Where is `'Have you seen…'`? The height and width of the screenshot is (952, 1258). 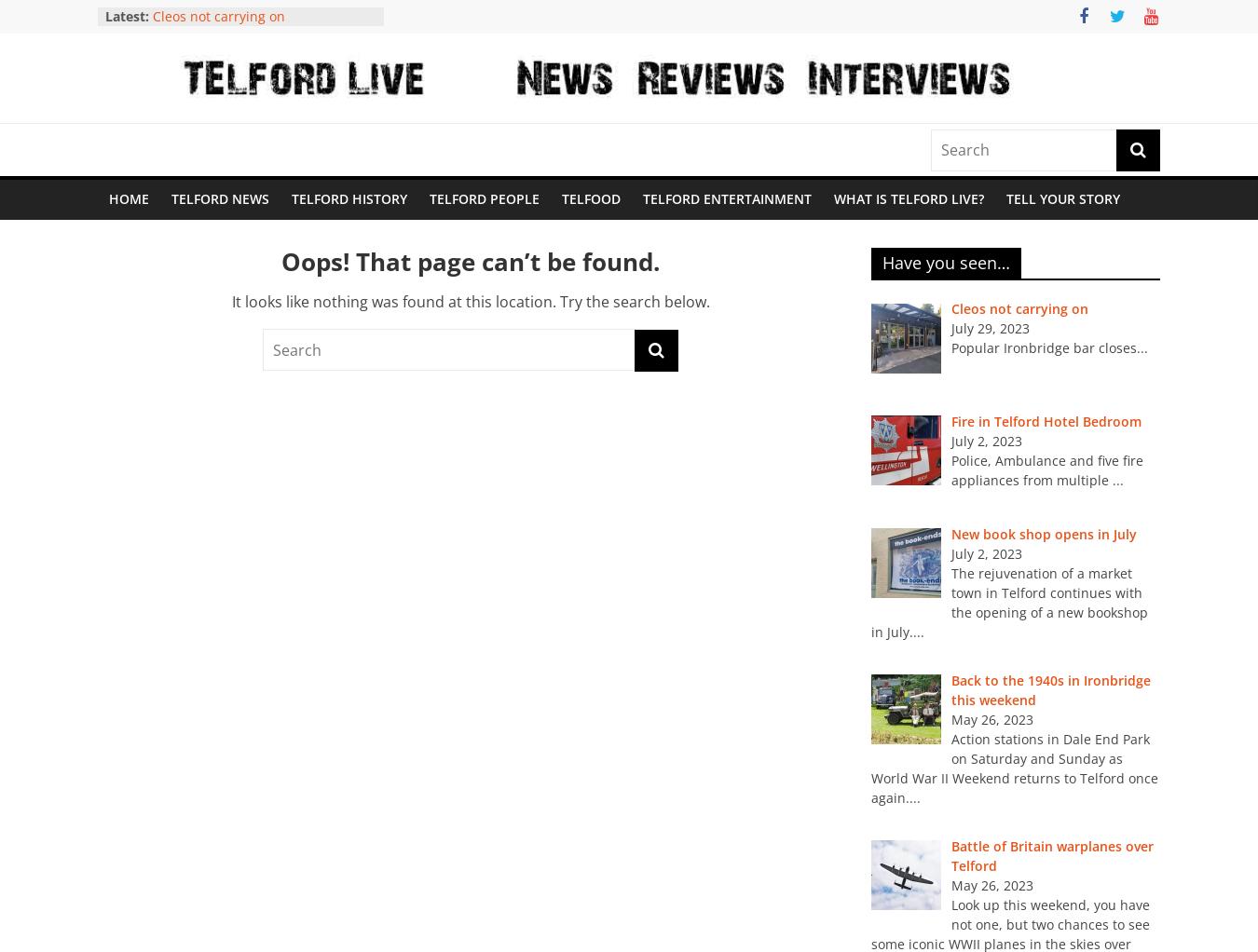 'Have you seen…' is located at coordinates (946, 262).